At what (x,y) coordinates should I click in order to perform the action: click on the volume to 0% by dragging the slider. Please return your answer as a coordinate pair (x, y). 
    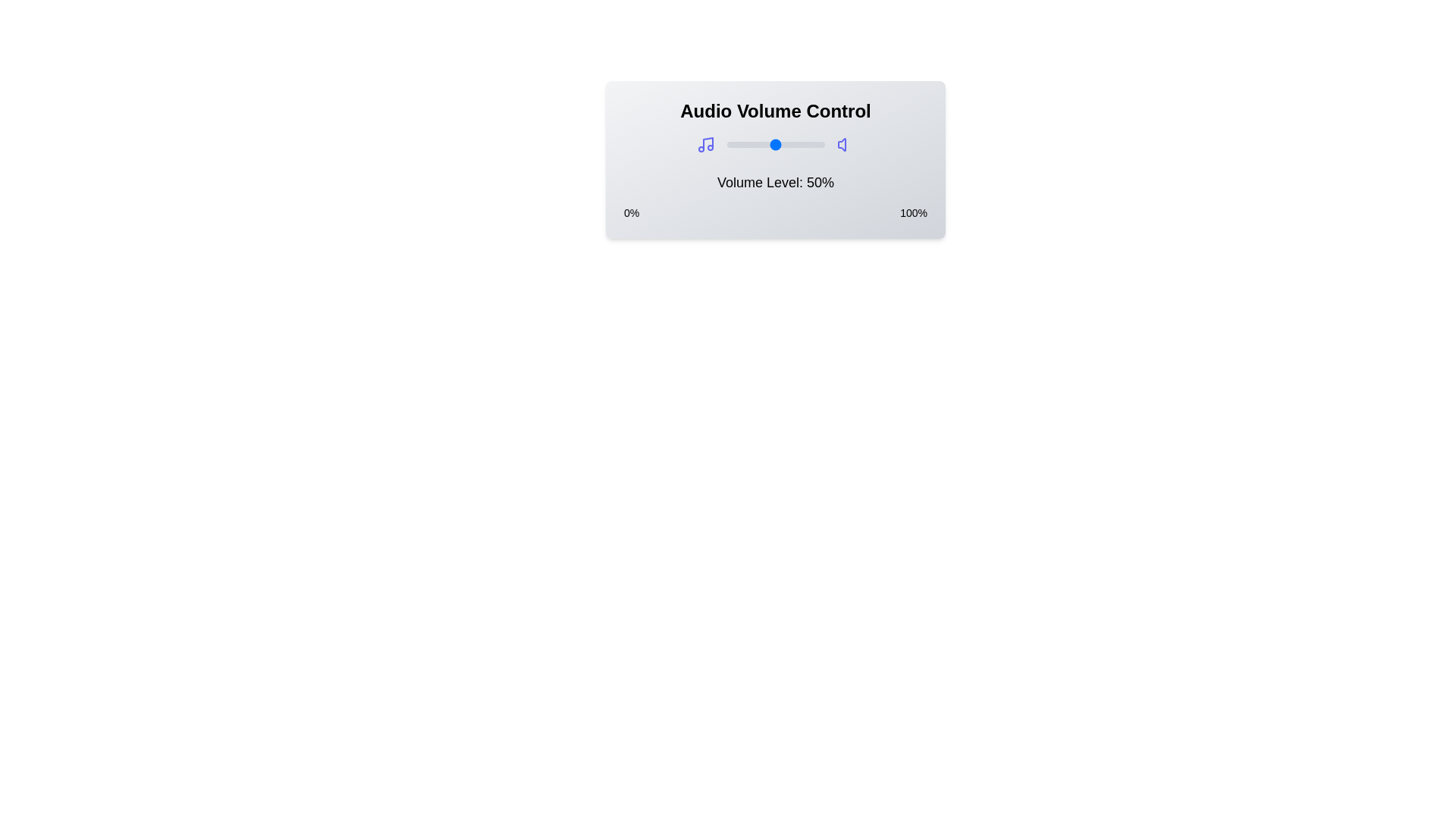
    Looking at the image, I should click on (726, 145).